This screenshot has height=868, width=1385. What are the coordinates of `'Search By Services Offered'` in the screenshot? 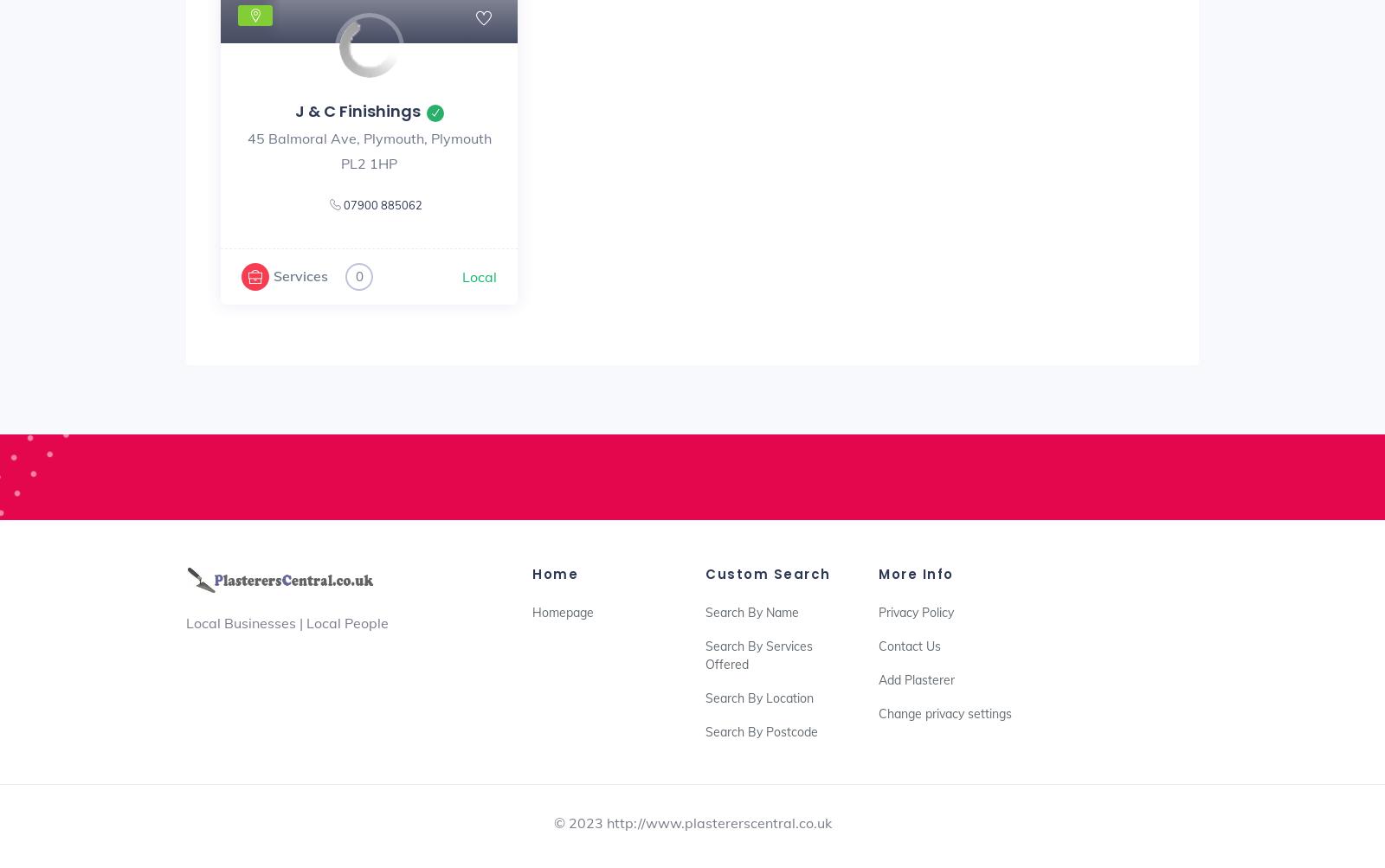 It's located at (757, 654).